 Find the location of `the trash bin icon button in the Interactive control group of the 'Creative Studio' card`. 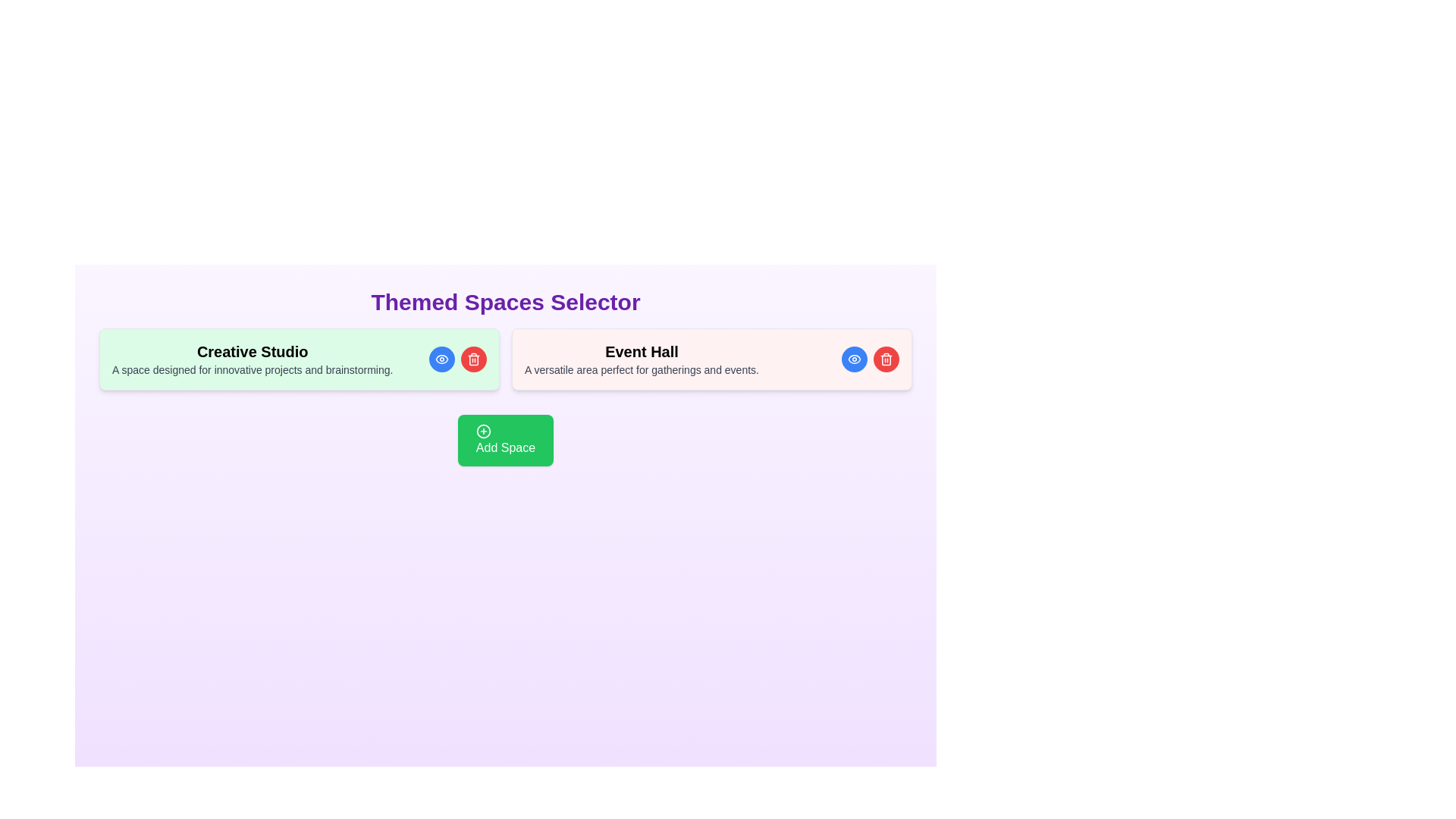

the trash bin icon button in the Interactive control group of the 'Creative Studio' card is located at coordinates (457, 359).